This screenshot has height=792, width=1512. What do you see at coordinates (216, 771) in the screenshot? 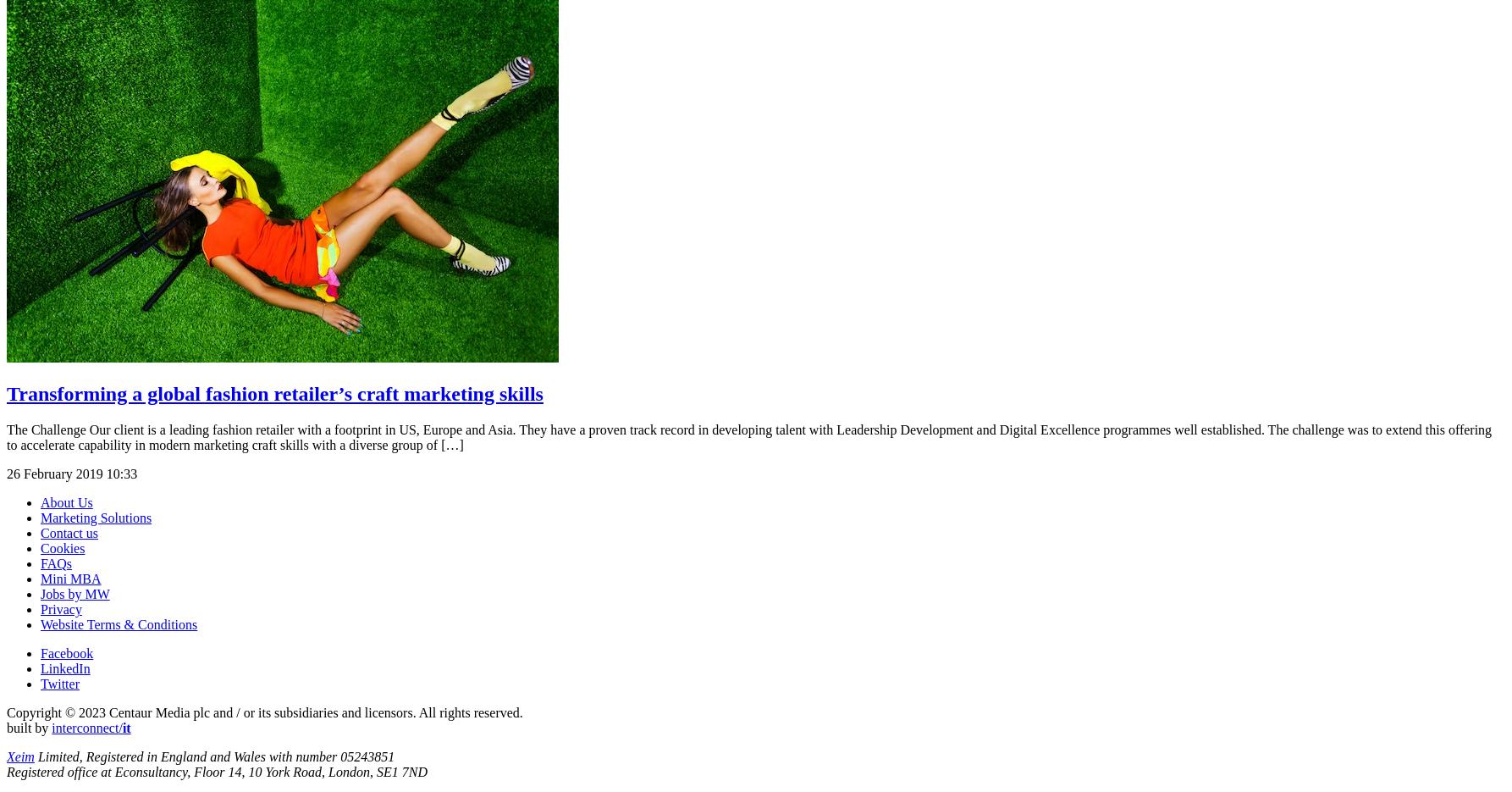
I see `'Registered office at Econsultancy, Floor 14, 10 York Road, London, SE1 7ND'` at bounding box center [216, 771].